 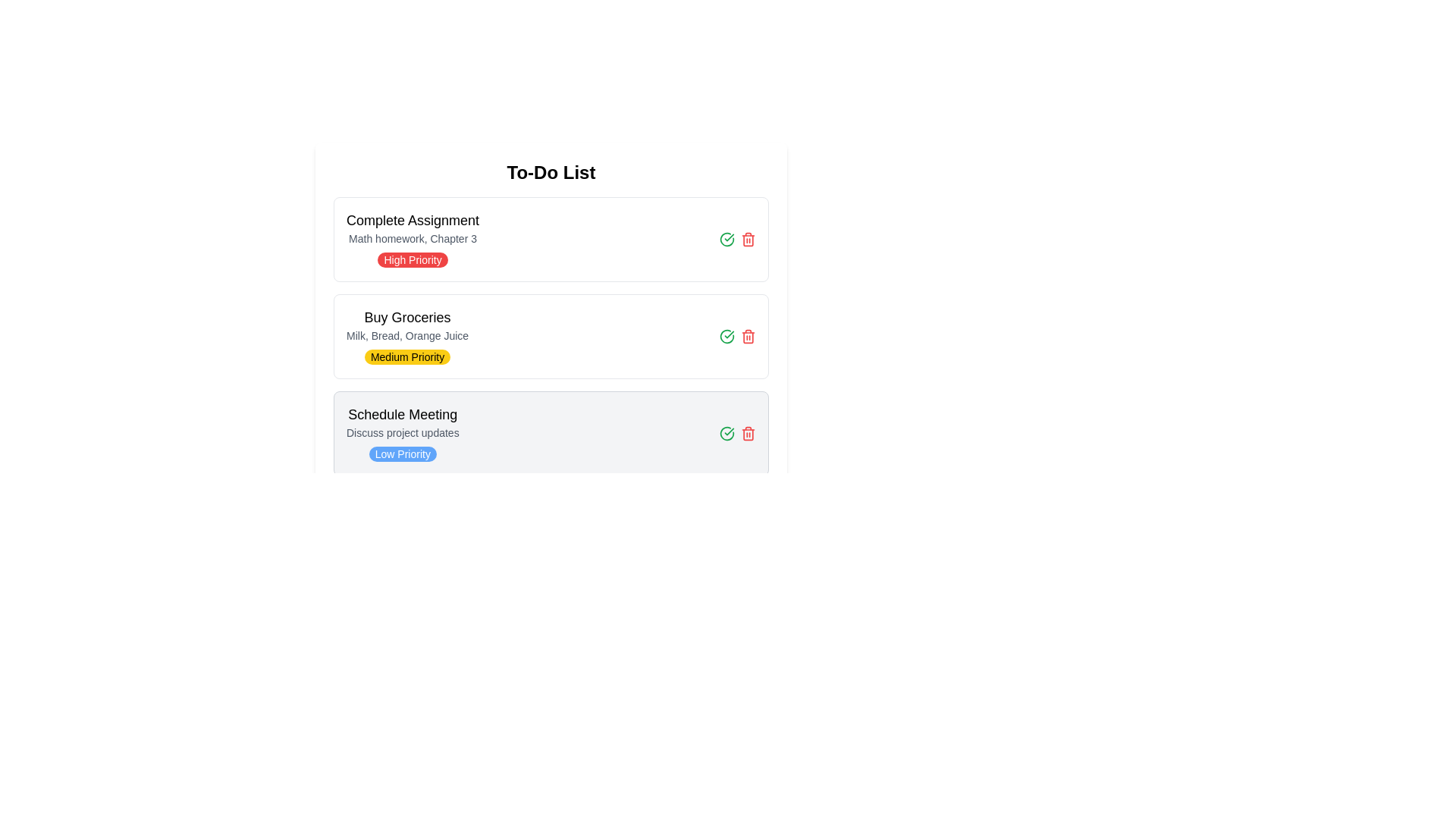 I want to click on the priority level of the task entry located in the third row of the to-do list, which is centered horizontally and aligned beneath the 'Buy Groceries' entry, so click(x=403, y=433).